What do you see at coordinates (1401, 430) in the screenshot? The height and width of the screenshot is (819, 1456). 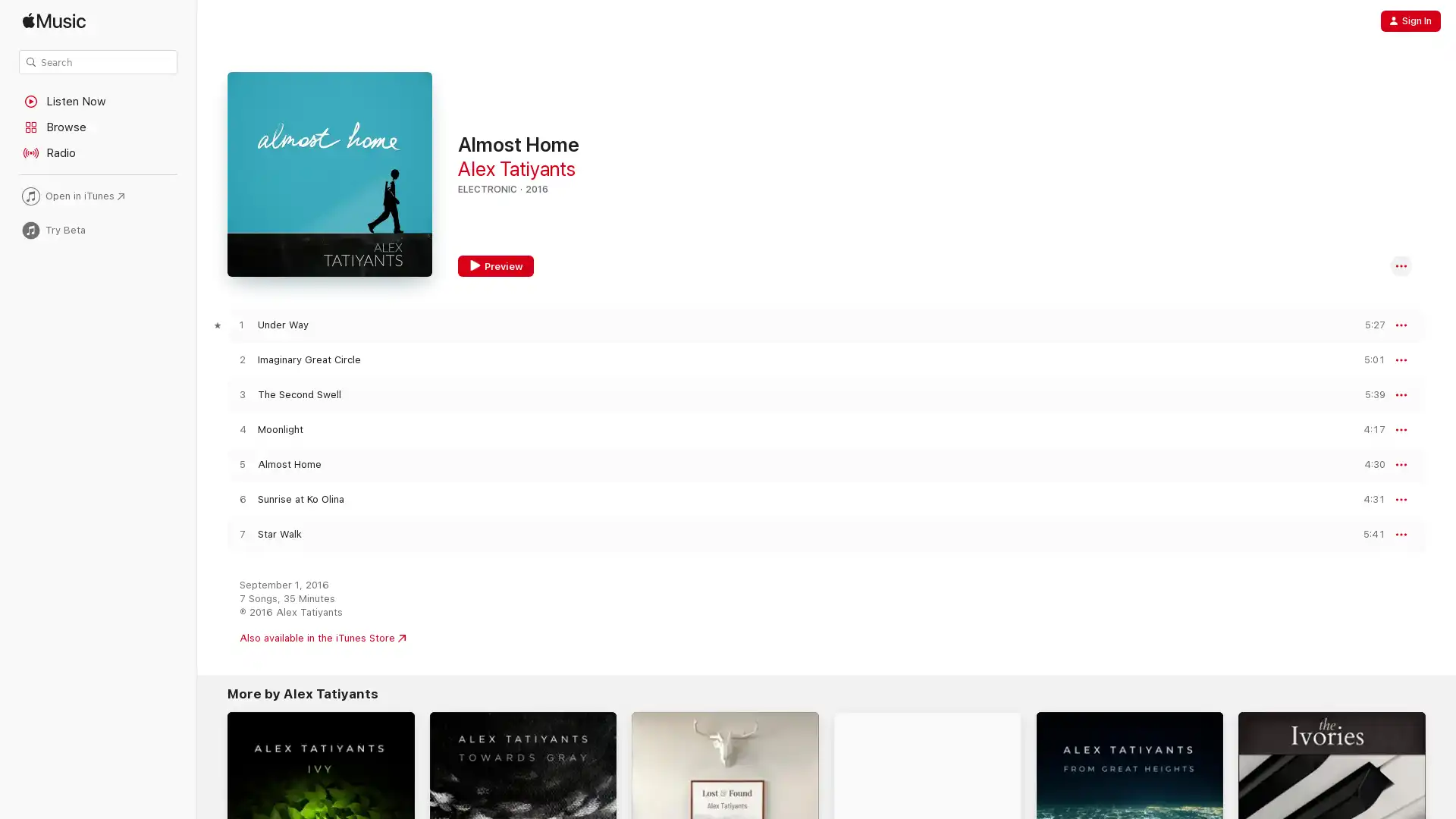 I see `More` at bounding box center [1401, 430].